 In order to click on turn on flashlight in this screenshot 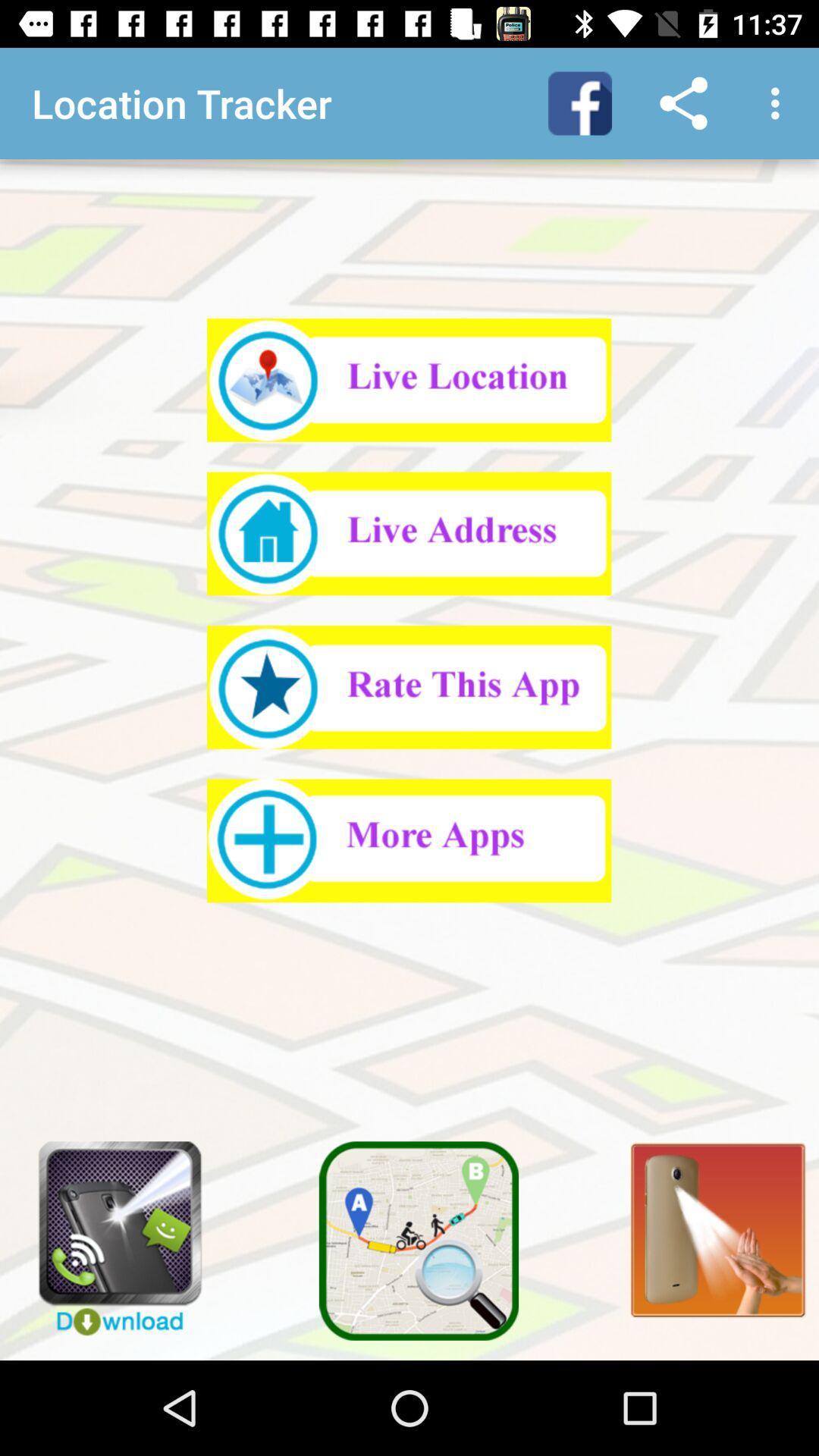, I will do `click(709, 1221)`.